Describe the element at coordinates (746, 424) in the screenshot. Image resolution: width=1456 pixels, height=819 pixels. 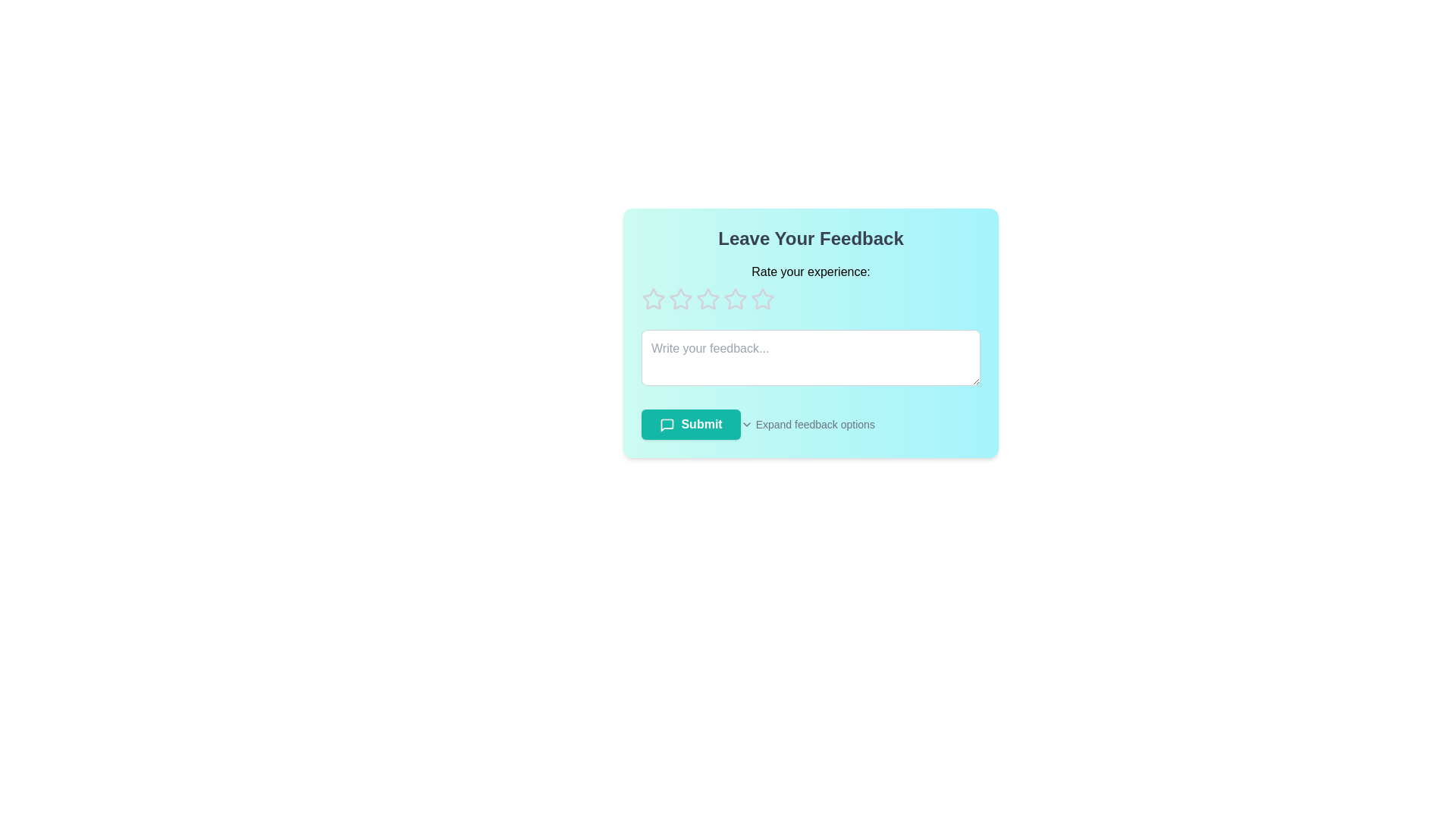
I see `the Dropdown trigger (chevron icon) which is a small downward-pointing chevron icon located to the right of the text 'Expand feedback options'` at that location.